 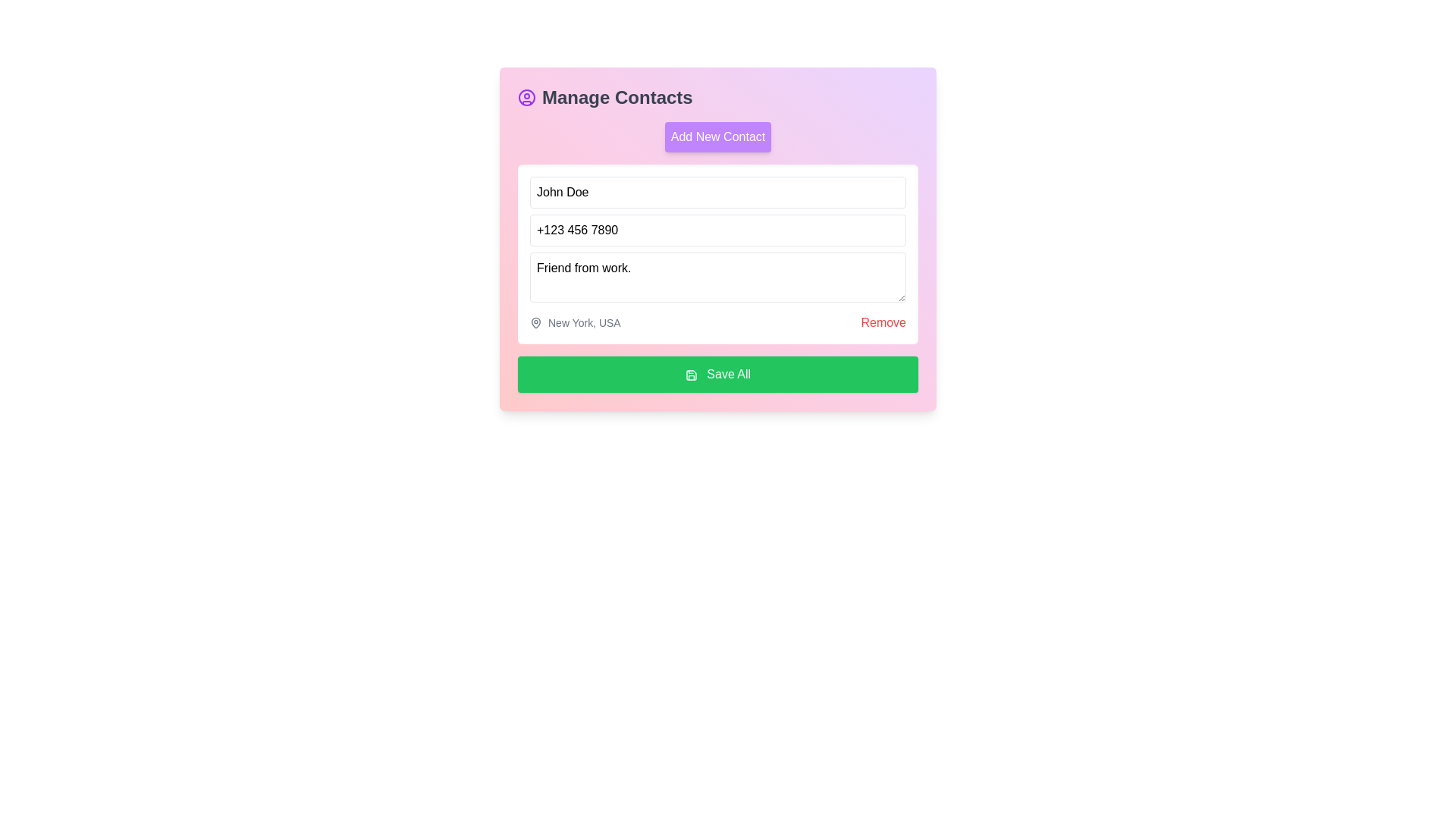 What do you see at coordinates (535, 322) in the screenshot?
I see `the location pin icon, which is styled with a thin line design and is located to the left of the text 'New York, USA'. This icon is part of a user interface indicating a location and is positioned near the bottom of the form interface, adjacent to the red 'Remove' button` at bounding box center [535, 322].